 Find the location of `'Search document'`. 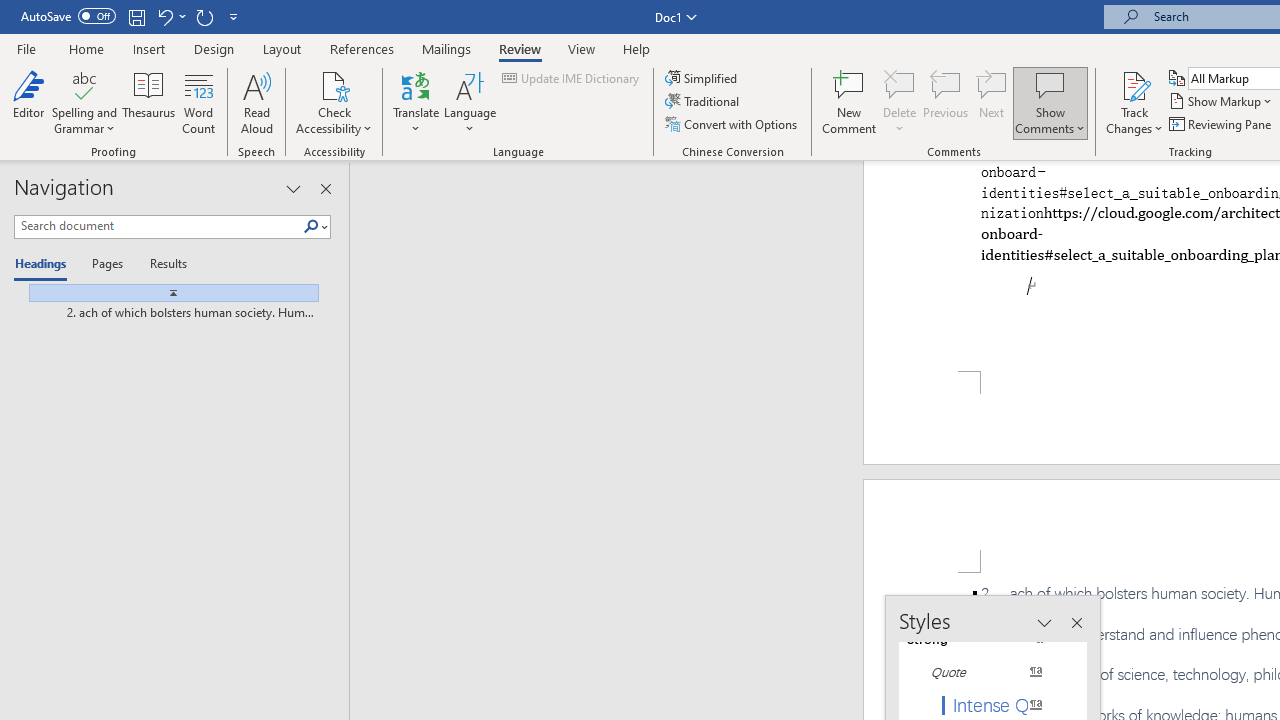

'Search document' is located at coordinates (157, 225).